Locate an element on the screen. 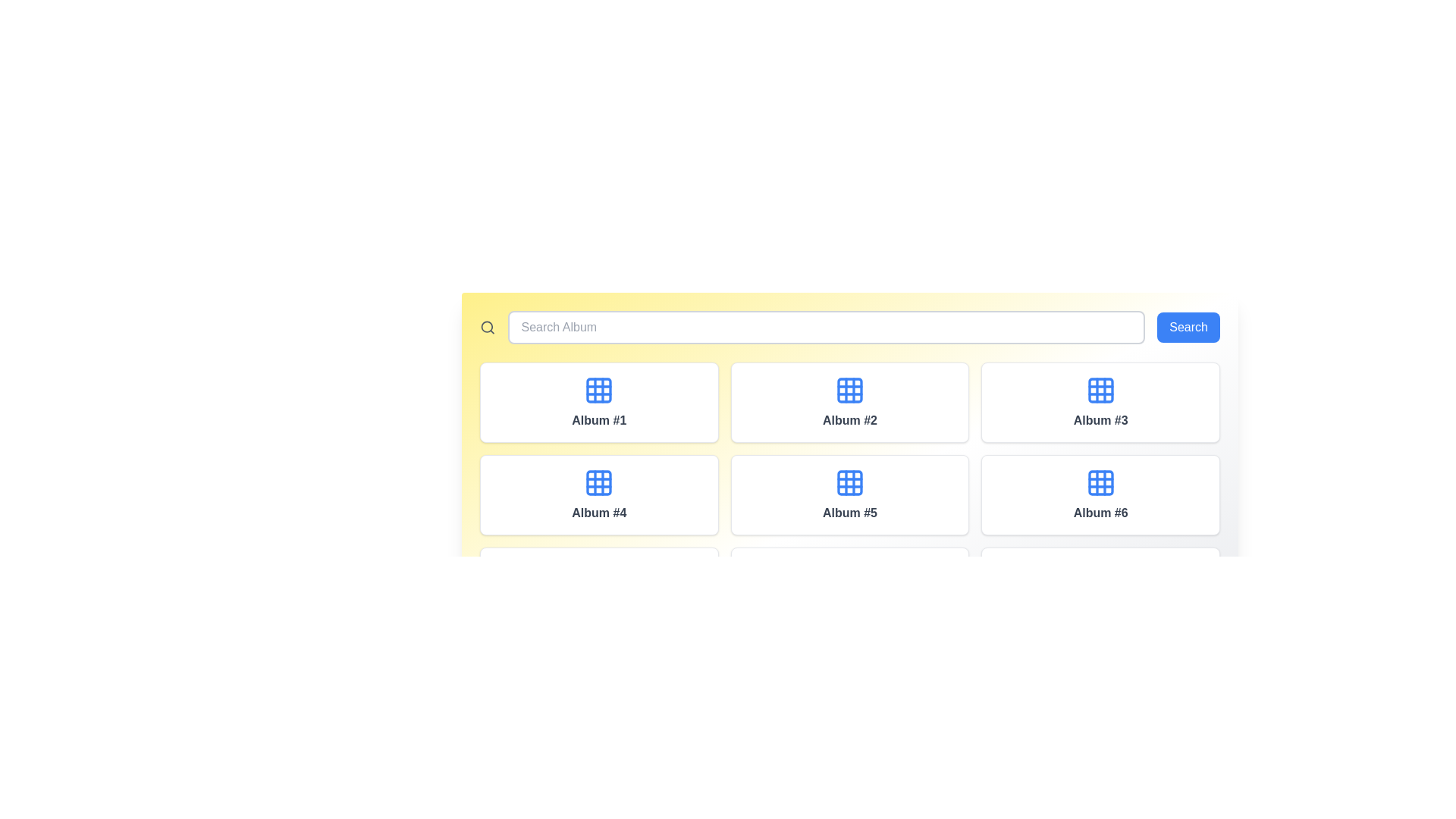 The image size is (1456, 819). the 'Album #2' text label located is located at coordinates (848, 421).